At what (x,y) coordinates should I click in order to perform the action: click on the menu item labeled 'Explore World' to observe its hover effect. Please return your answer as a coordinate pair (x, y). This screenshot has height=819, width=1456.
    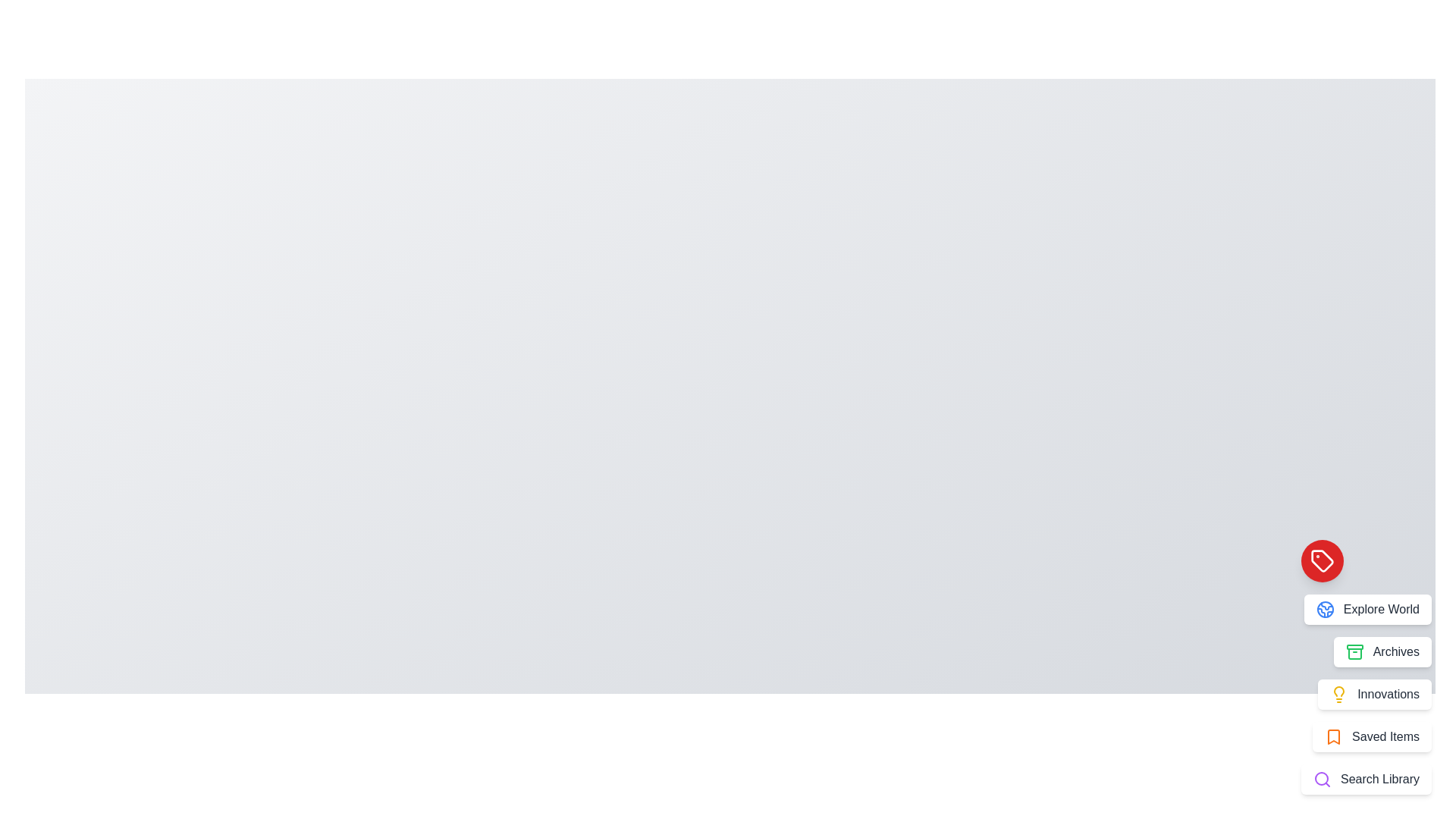
    Looking at the image, I should click on (1367, 608).